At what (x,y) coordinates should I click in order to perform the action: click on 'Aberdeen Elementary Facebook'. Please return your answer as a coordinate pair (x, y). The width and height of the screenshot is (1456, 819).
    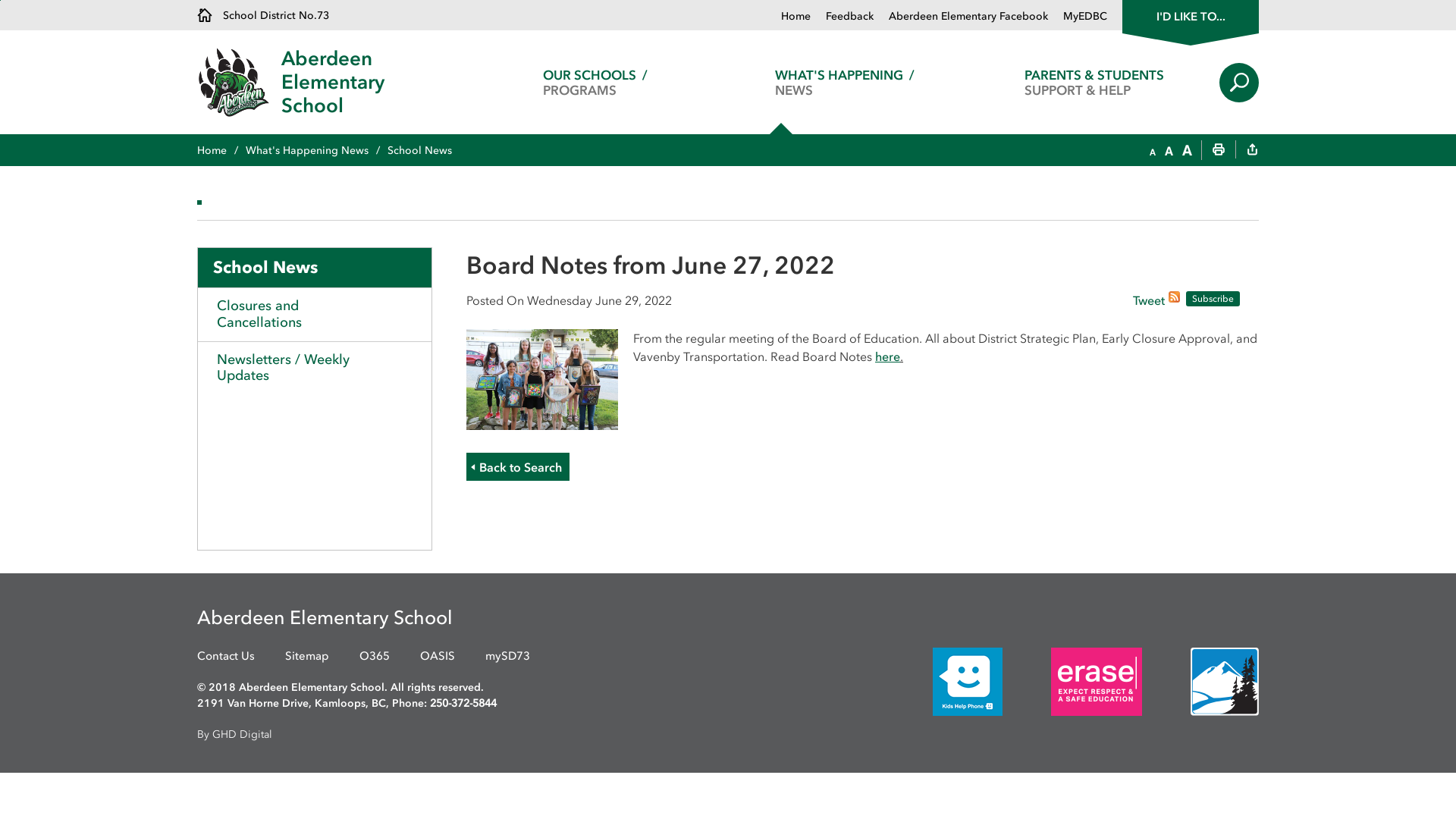
    Looking at the image, I should click on (960, 16).